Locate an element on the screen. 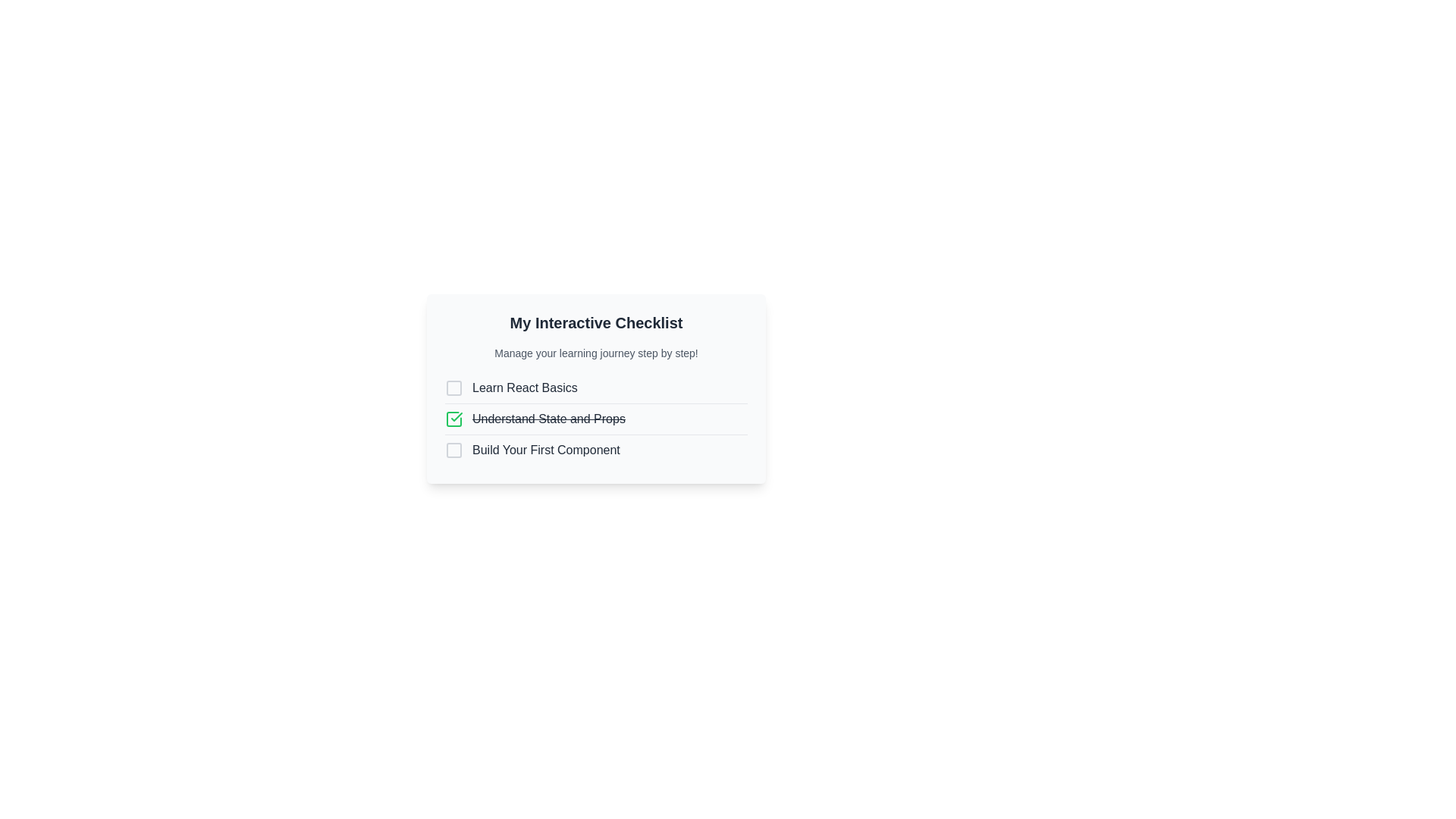 This screenshot has width=1456, height=819. the visual indicator icon for the checklist item 'Learn React Basics' located in the 'My Interactive Checklist' block, positioned to the left of the item text is located at coordinates (453, 388).